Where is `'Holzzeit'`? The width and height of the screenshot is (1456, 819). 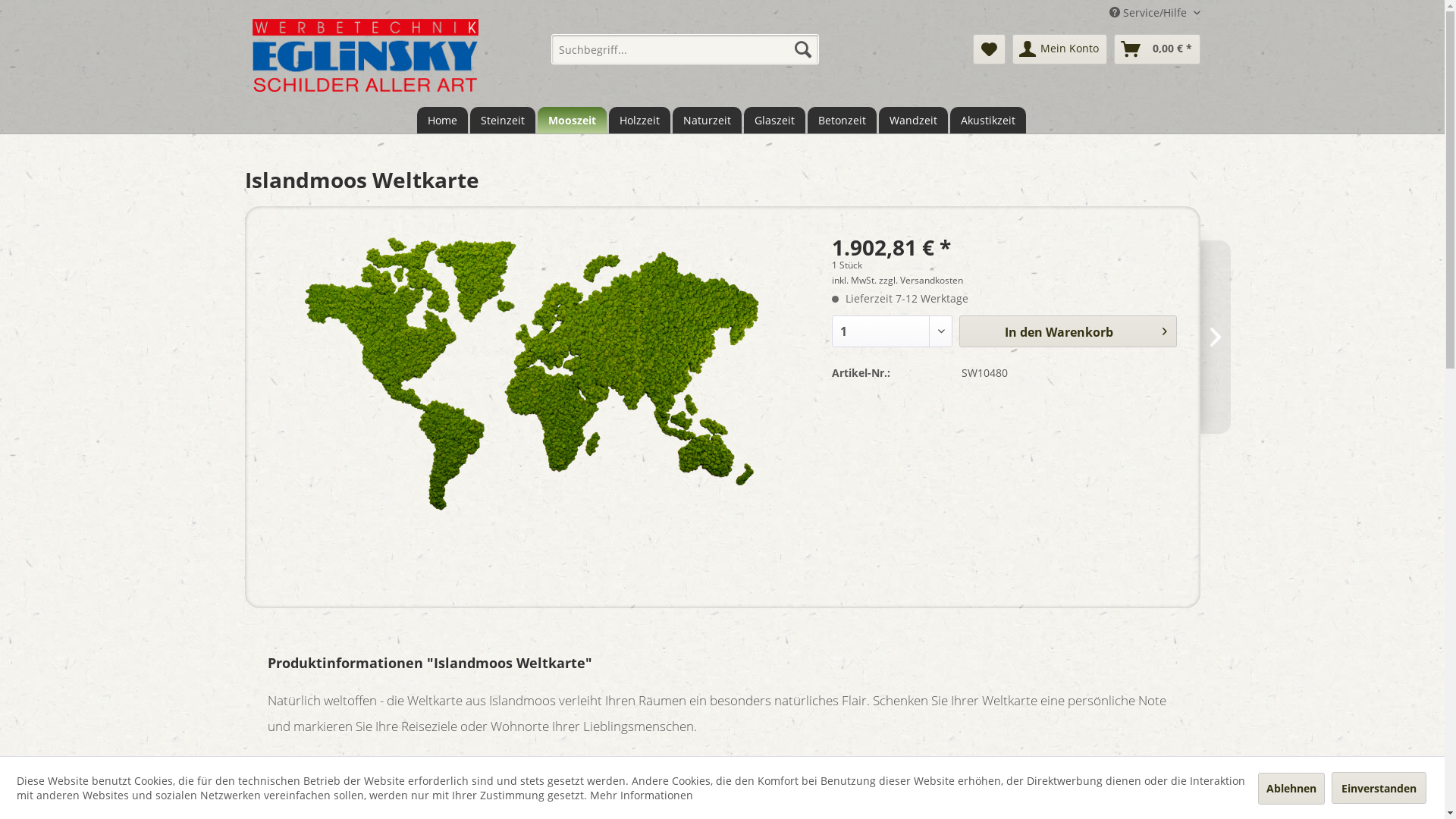 'Holzzeit' is located at coordinates (607, 119).